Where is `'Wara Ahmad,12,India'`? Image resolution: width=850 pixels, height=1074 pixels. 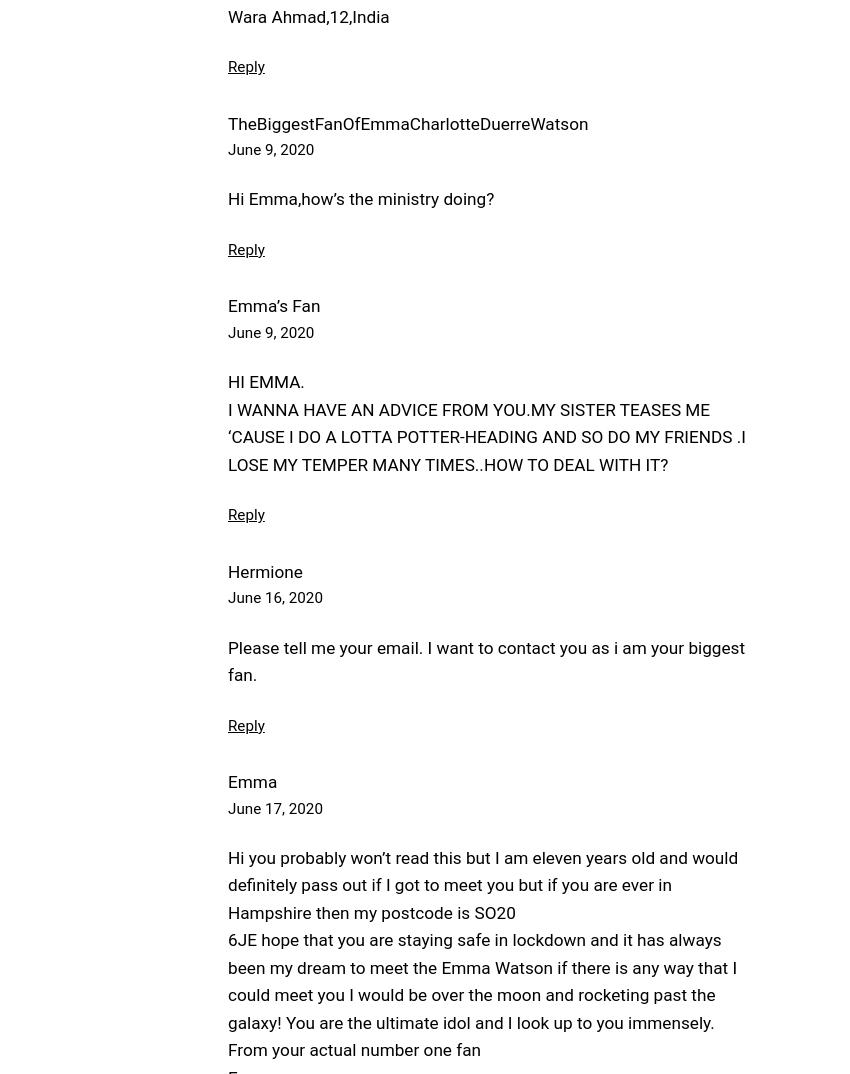
'Wara Ahmad,12,India' is located at coordinates (227, 15).